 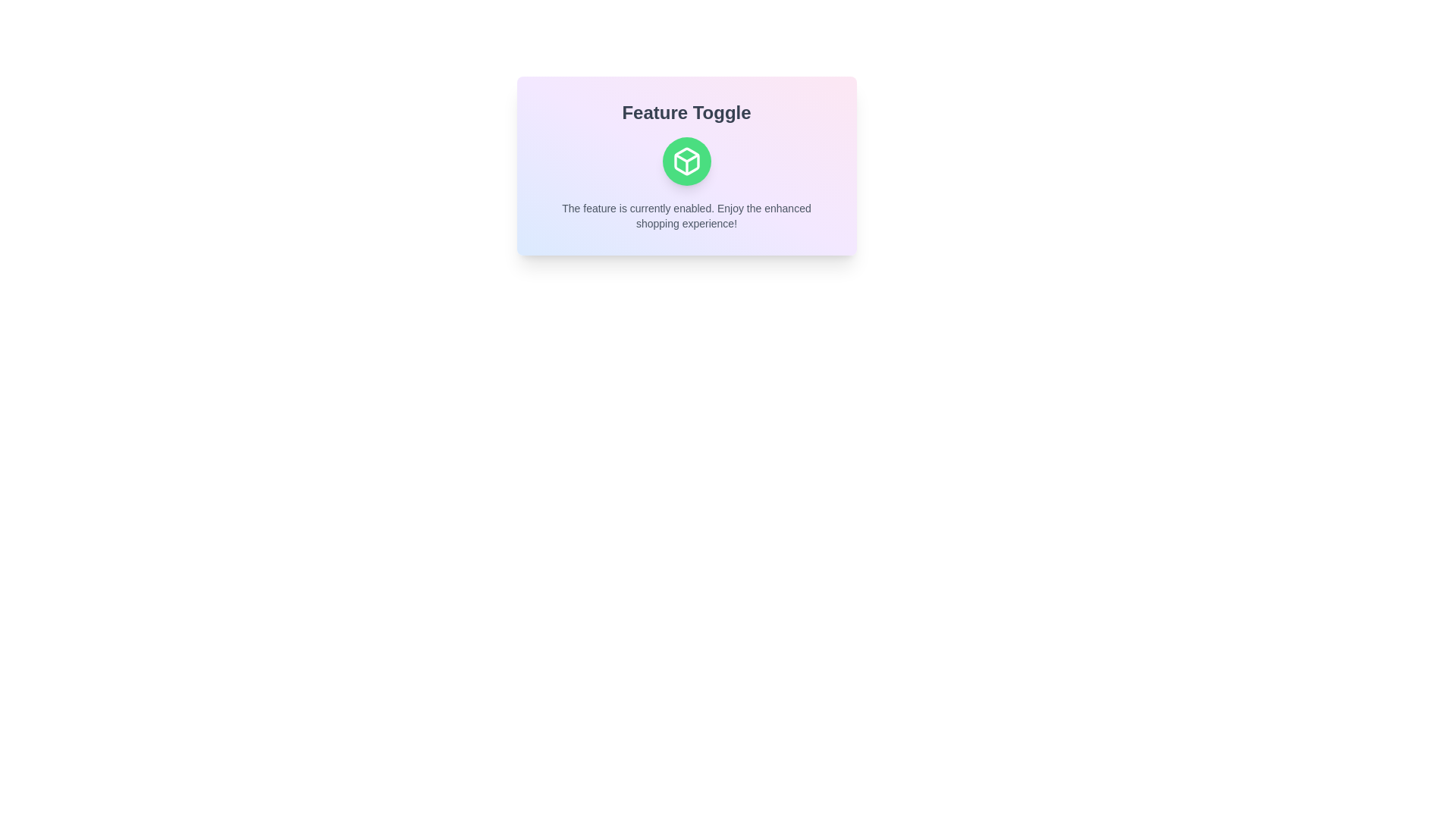 I want to click on the circular icon with a green background and a white minimalist box design, which is located under the heading 'Feature Toggle' and above a descriptive text block, so click(x=686, y=166).